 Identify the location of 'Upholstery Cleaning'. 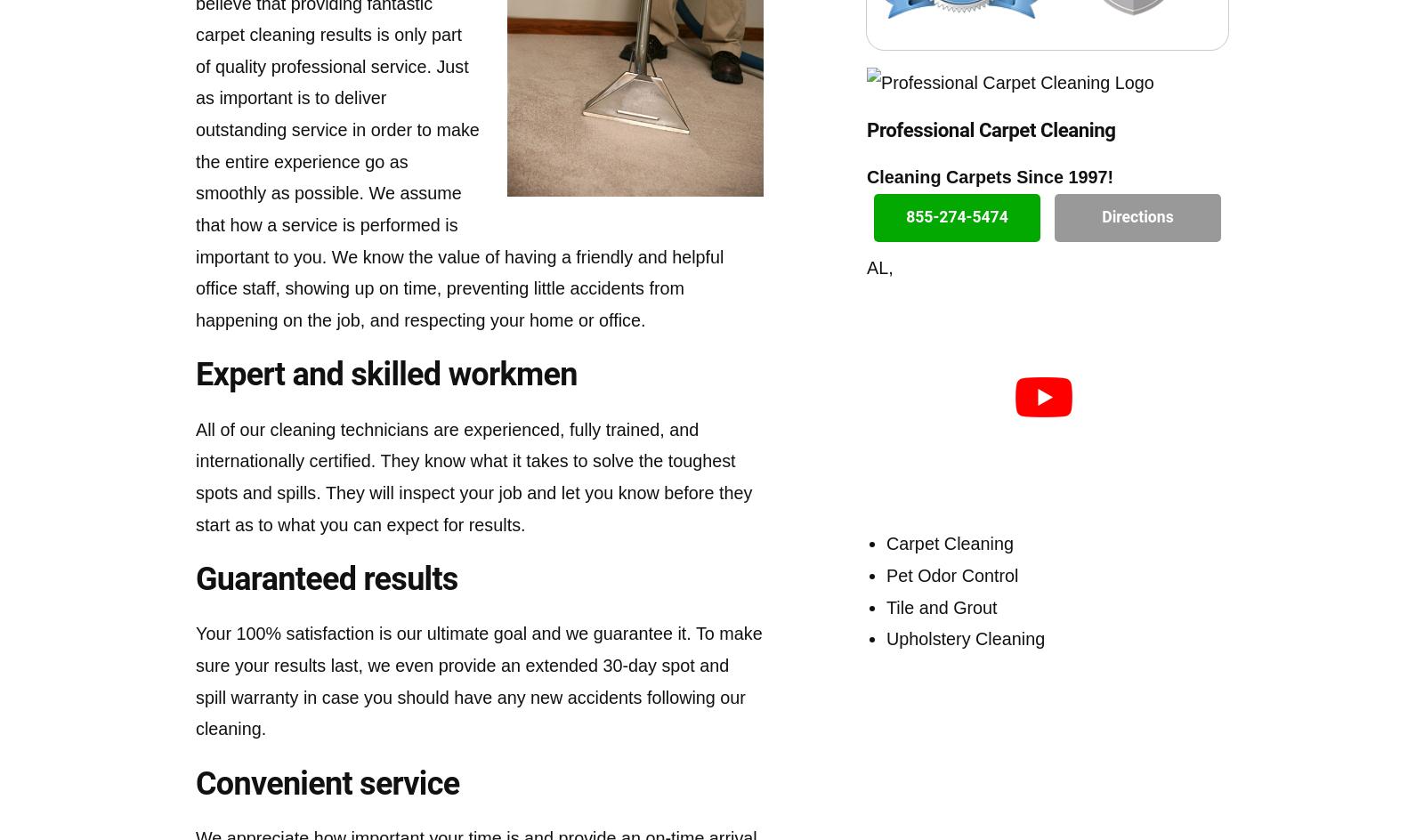
(965, 639).